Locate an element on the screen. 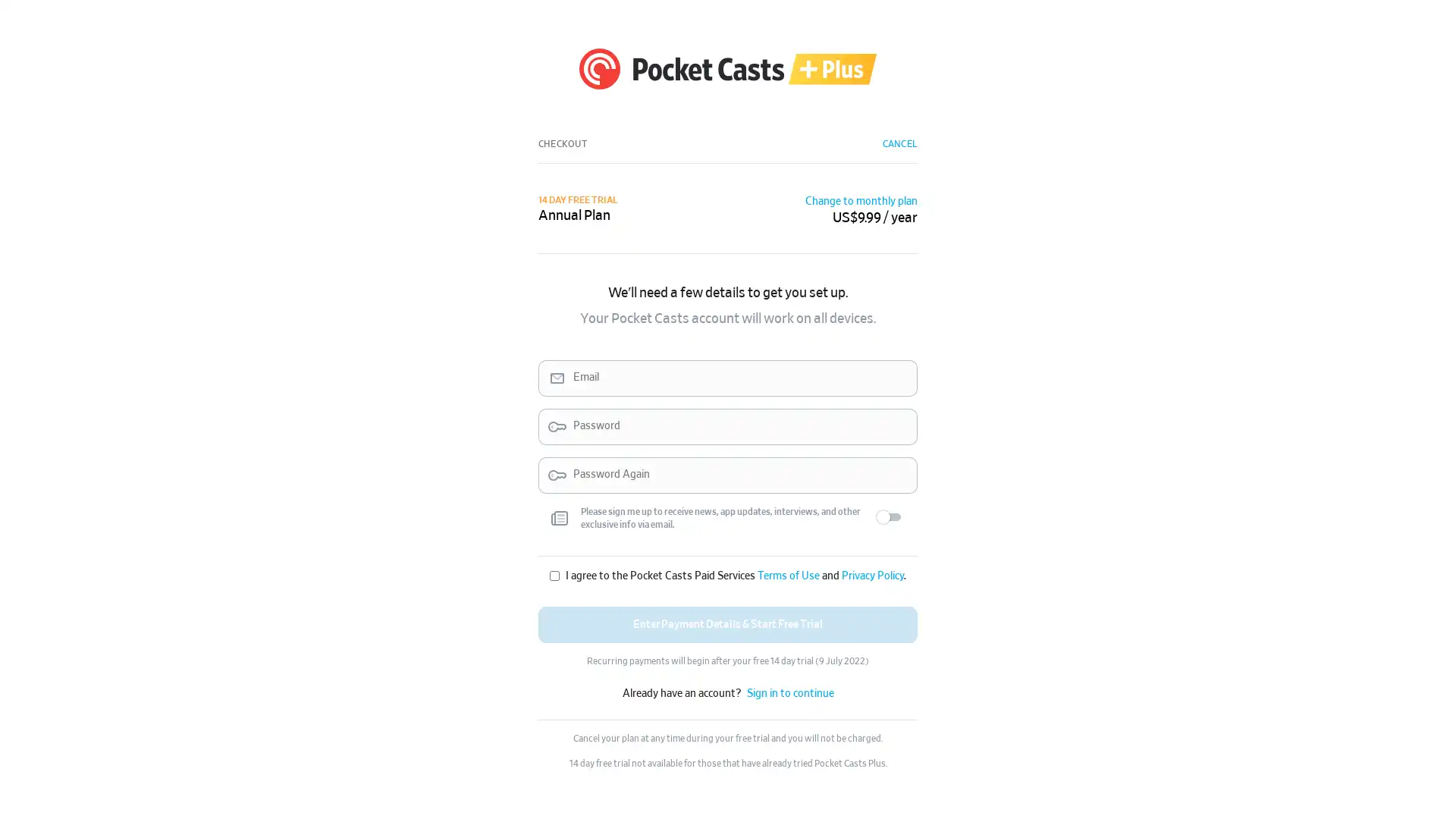  Enter Payment Details & Start Free Trial is located at coordinates (728, 625).